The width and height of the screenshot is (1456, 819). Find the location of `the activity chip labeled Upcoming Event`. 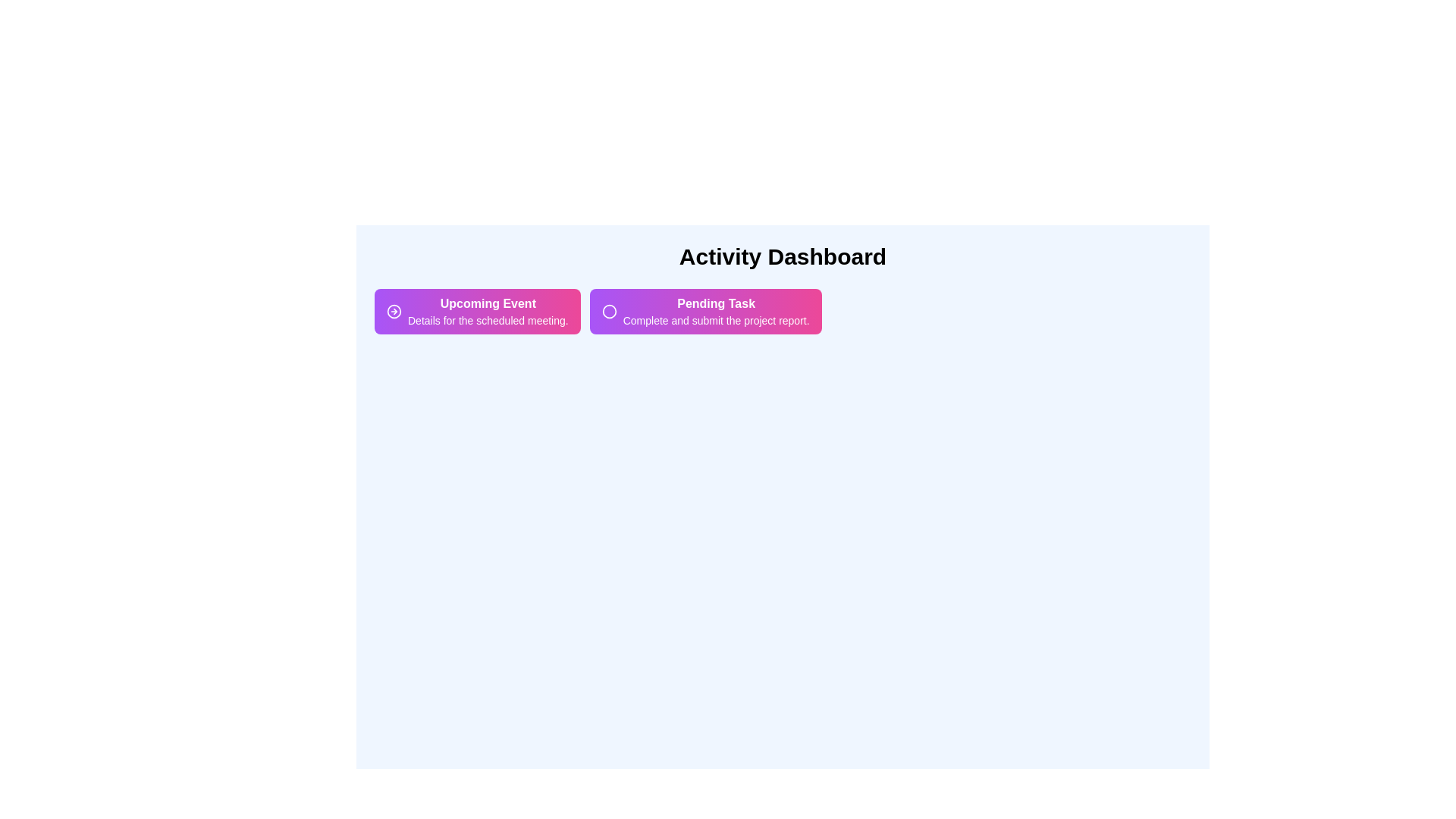

the activity chip labeled Upcoming Event is located at coordinates (476, 311).